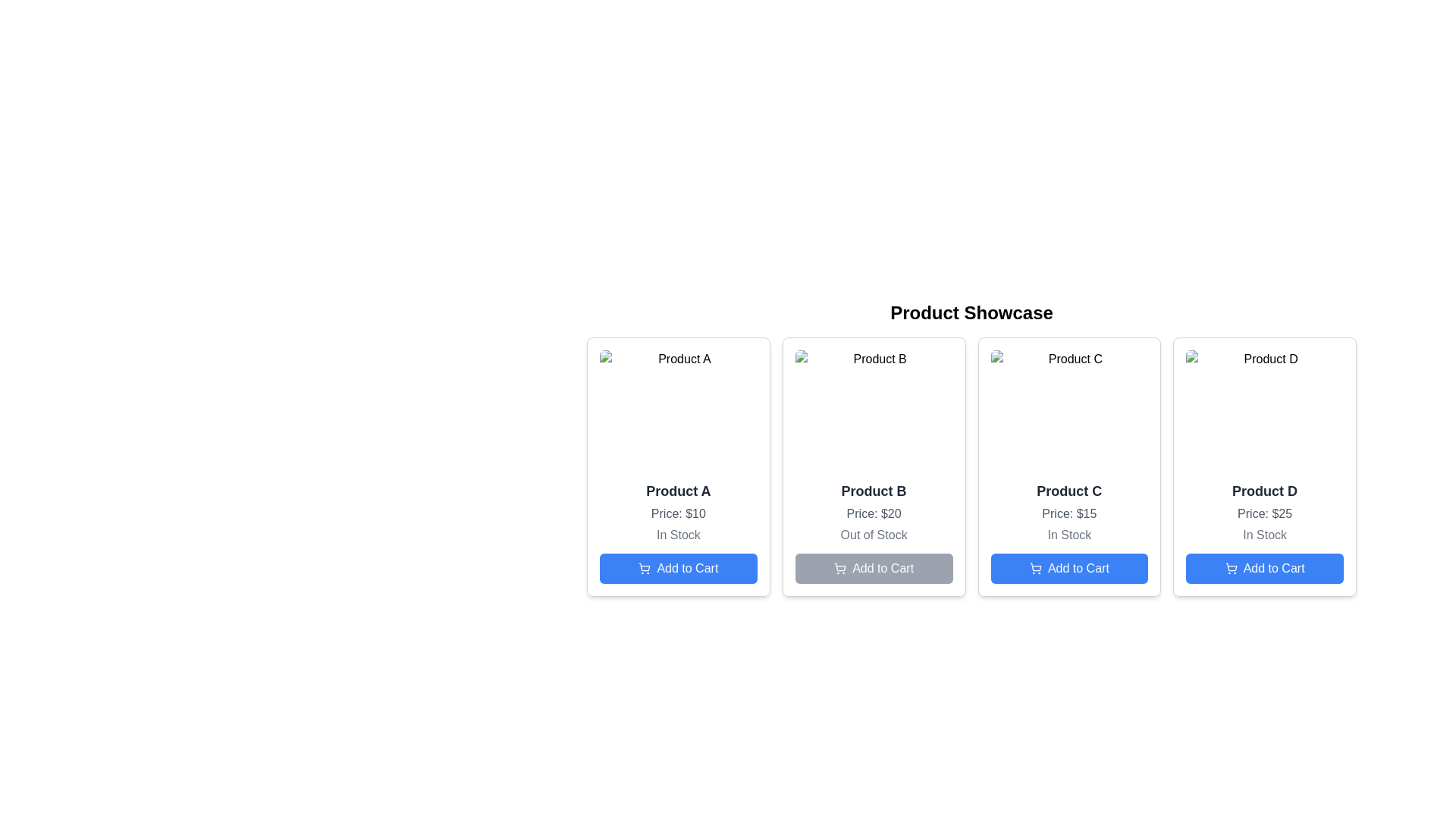  I want to click on the shopping cart icon located in the 'Add to Cart' button of the third product card labeled 'Product B', so click(839, 568).